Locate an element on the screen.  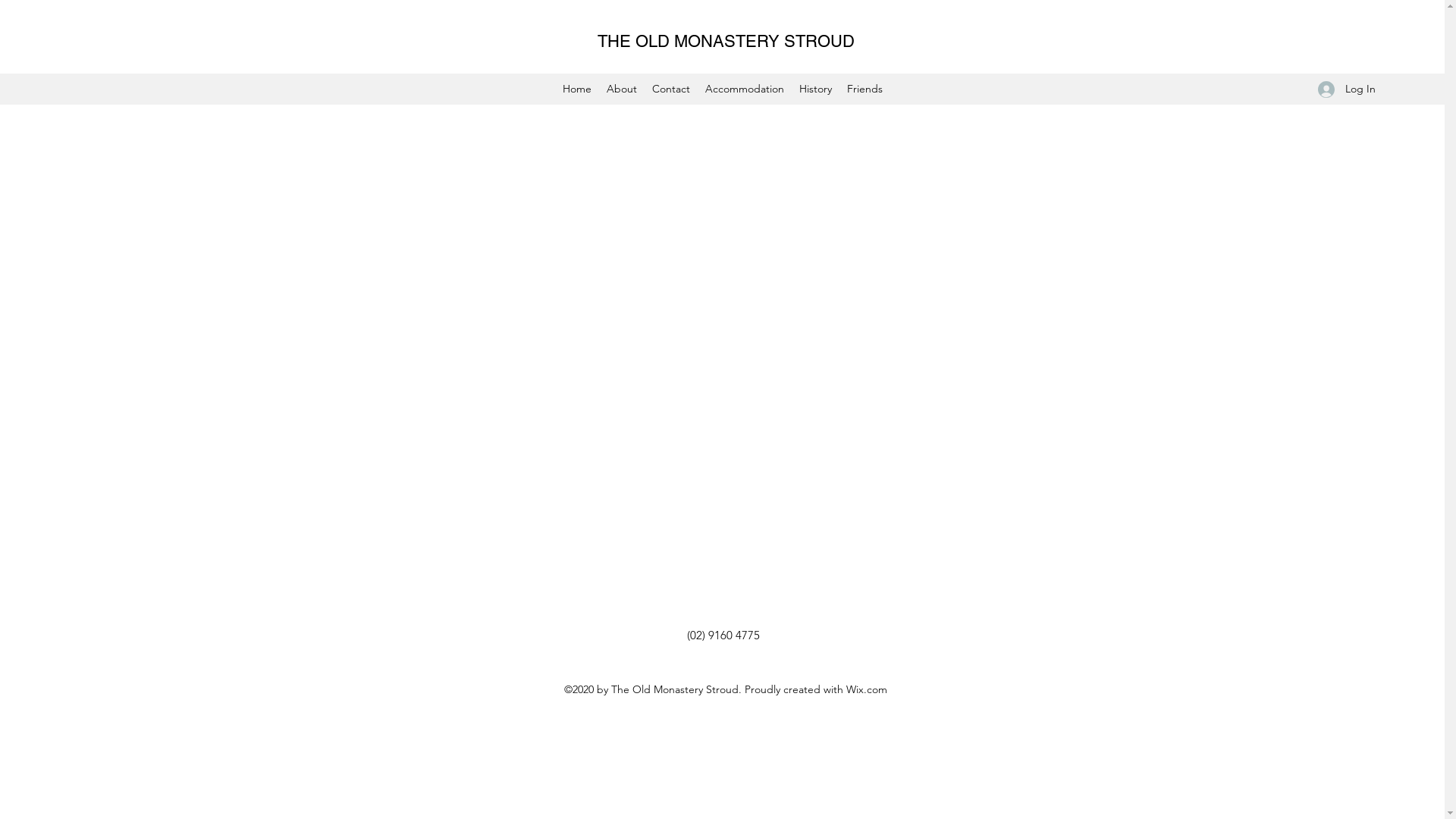
'Friends' is located at coordinates (864, 89).